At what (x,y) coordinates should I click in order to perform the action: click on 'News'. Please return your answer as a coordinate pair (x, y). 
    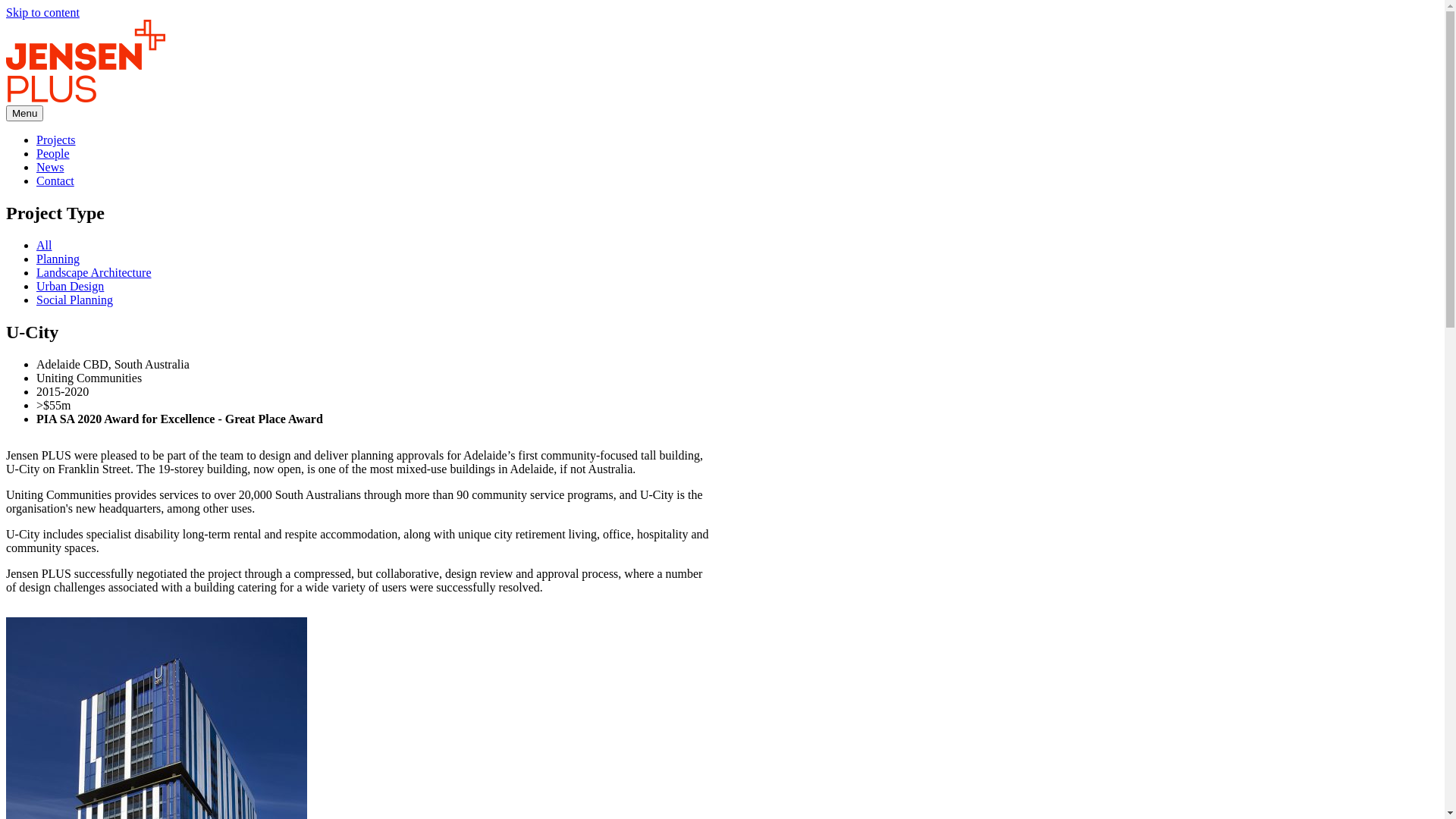
    Looking at the image, I should click on (36, 167).